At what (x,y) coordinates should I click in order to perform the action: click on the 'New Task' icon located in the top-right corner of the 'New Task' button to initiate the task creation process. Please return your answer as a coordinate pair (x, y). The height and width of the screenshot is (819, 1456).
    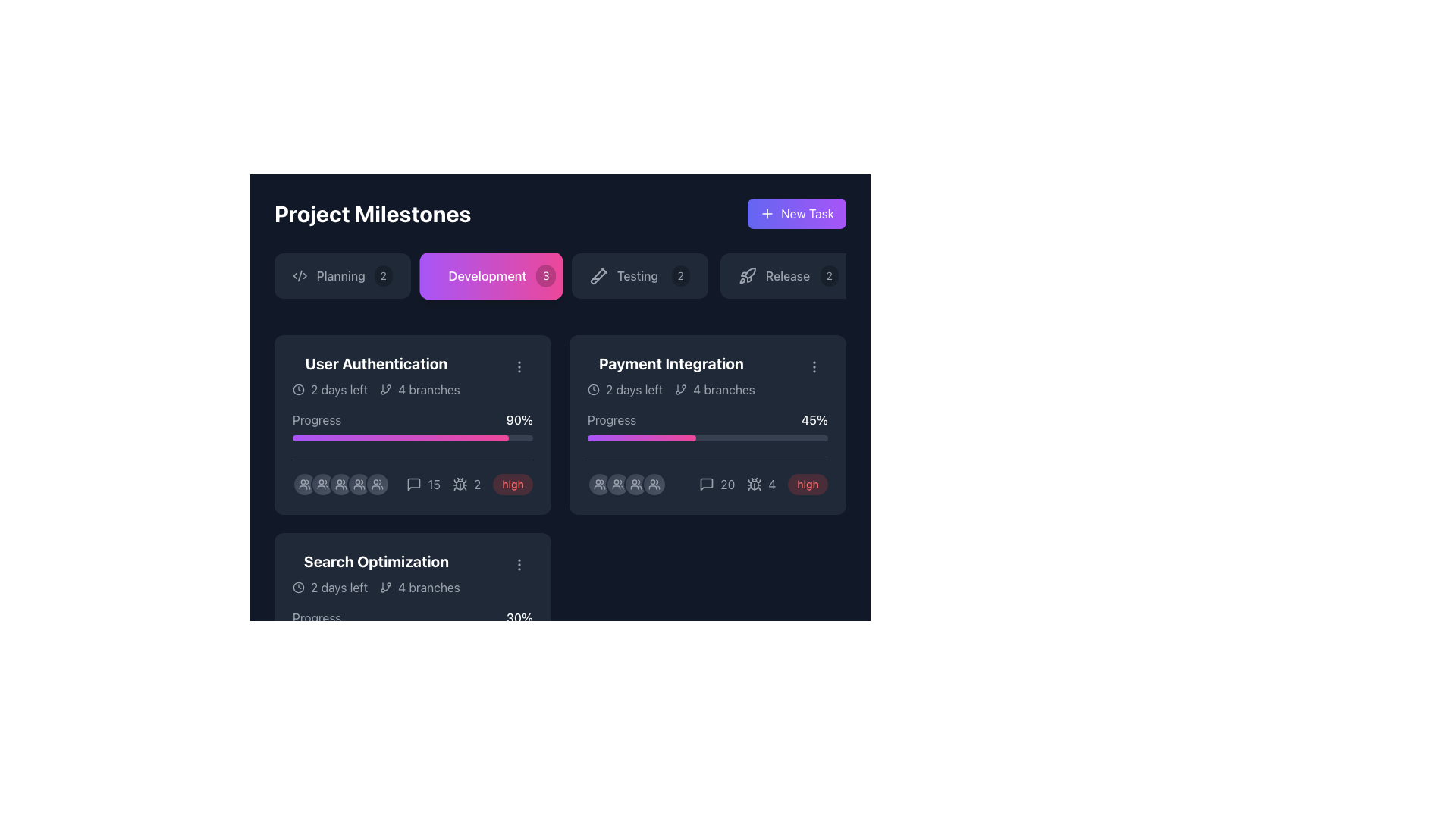
    Looking at the image, I should click on (767, 213).